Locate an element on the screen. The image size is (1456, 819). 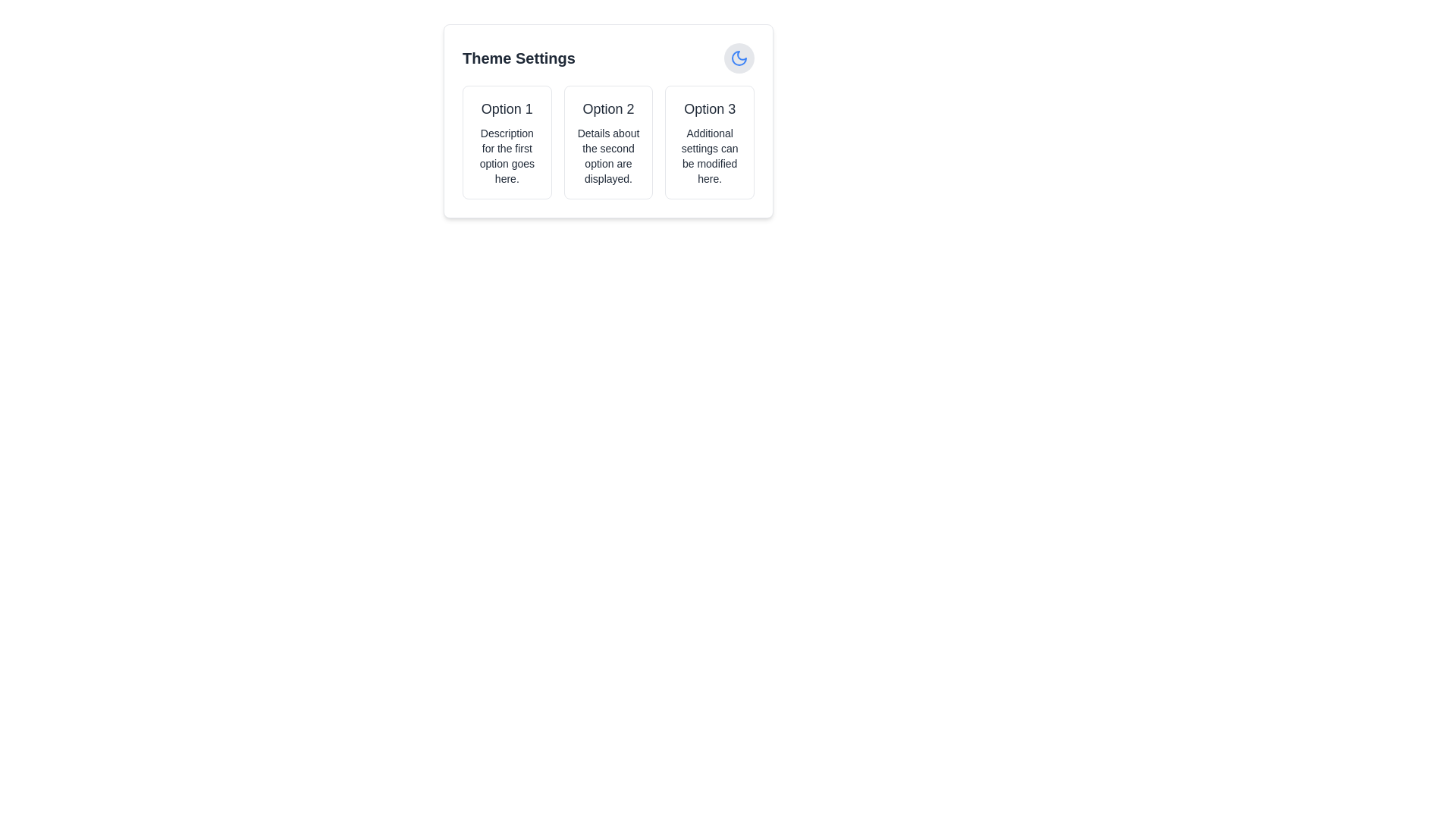
the theme change toggle icon, which is a small gray circular button located in the top-right corner of the 'Theme Settings' card is located at coordinates (739, 58).